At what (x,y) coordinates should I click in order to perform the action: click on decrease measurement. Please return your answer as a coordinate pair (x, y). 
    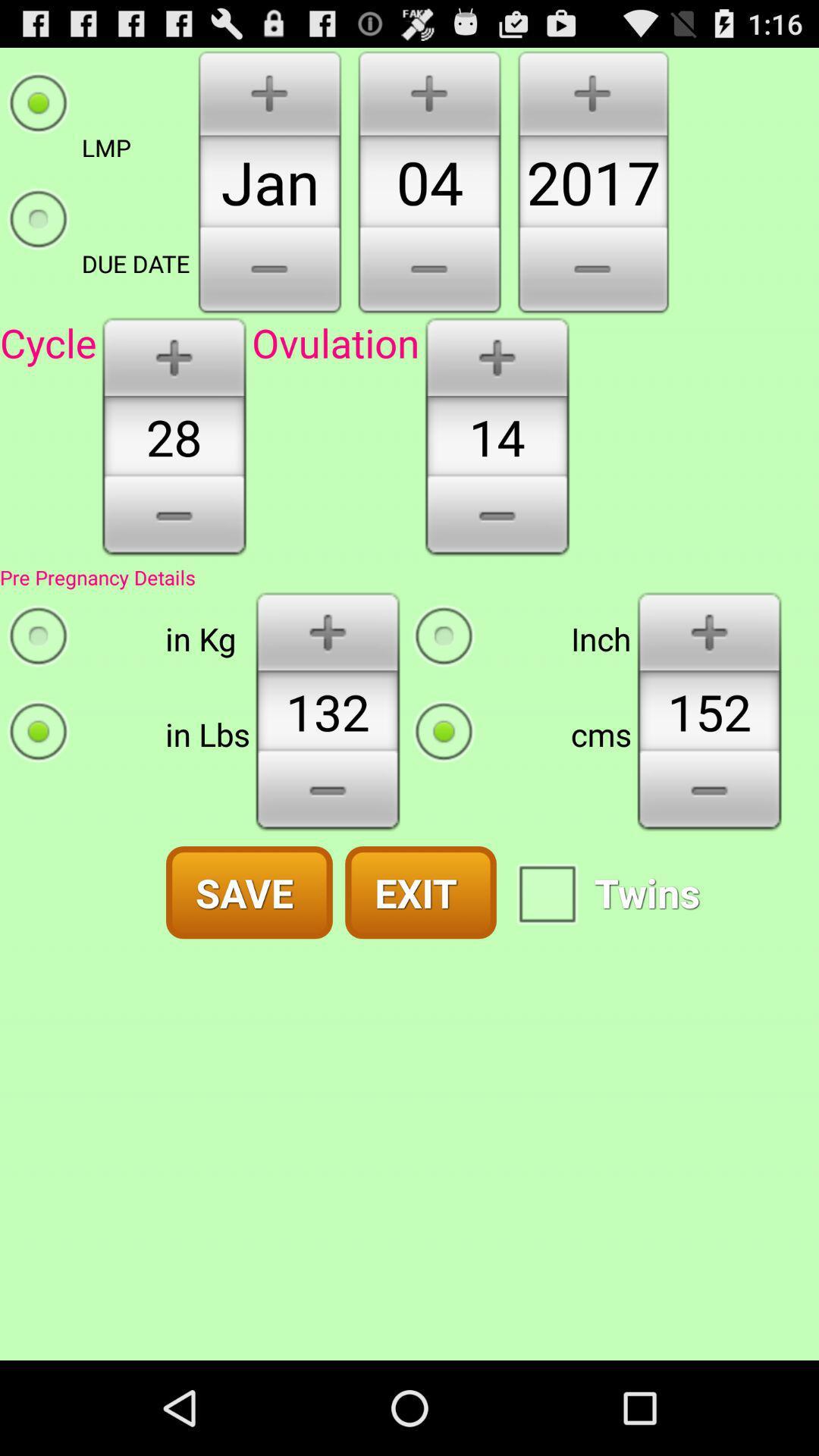
    Looking at the image, I should click on (709, 795).